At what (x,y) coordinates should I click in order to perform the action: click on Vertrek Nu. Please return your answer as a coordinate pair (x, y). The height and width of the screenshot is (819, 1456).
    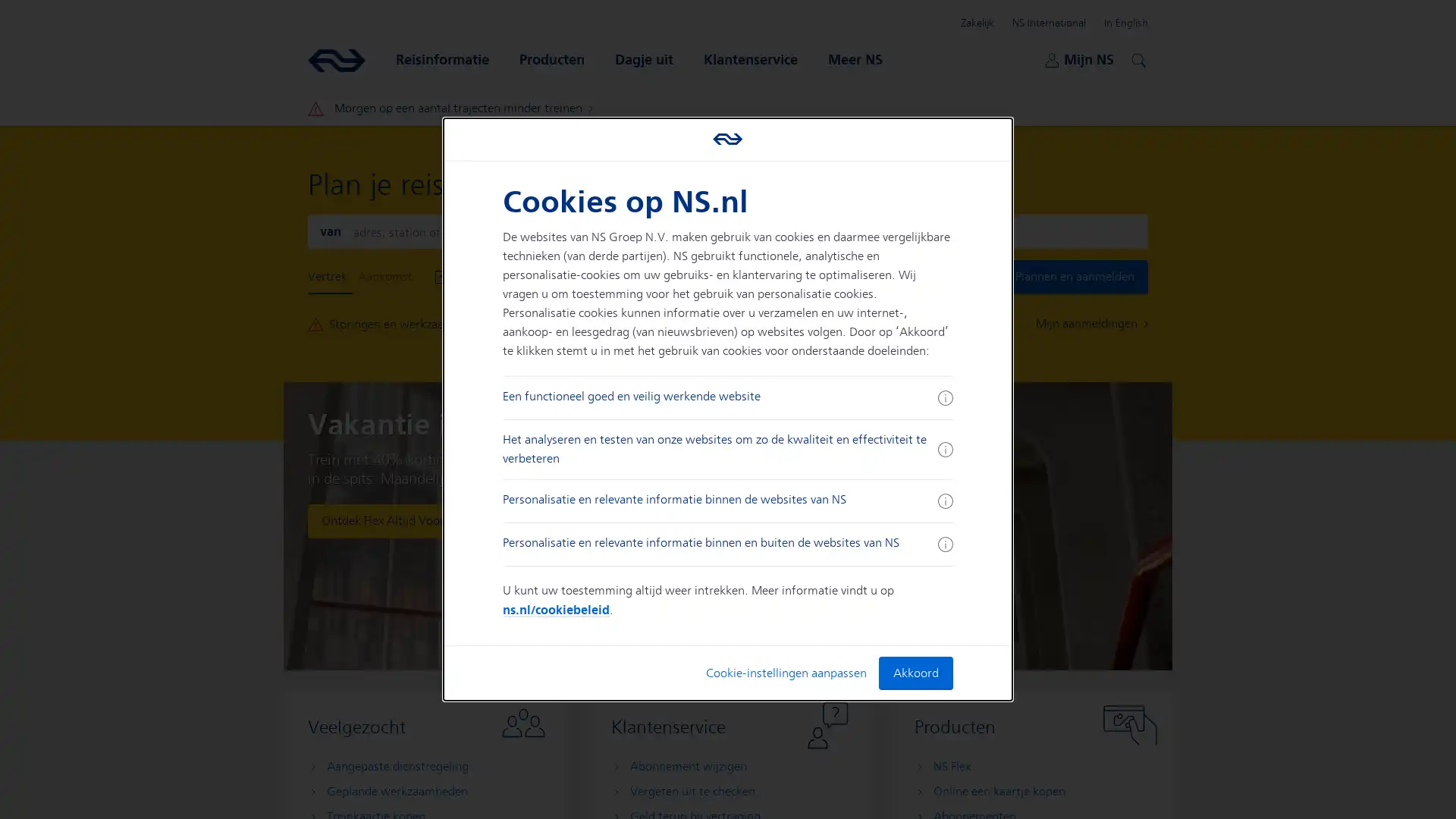
    Looking at the image, I should click on (629, 277).